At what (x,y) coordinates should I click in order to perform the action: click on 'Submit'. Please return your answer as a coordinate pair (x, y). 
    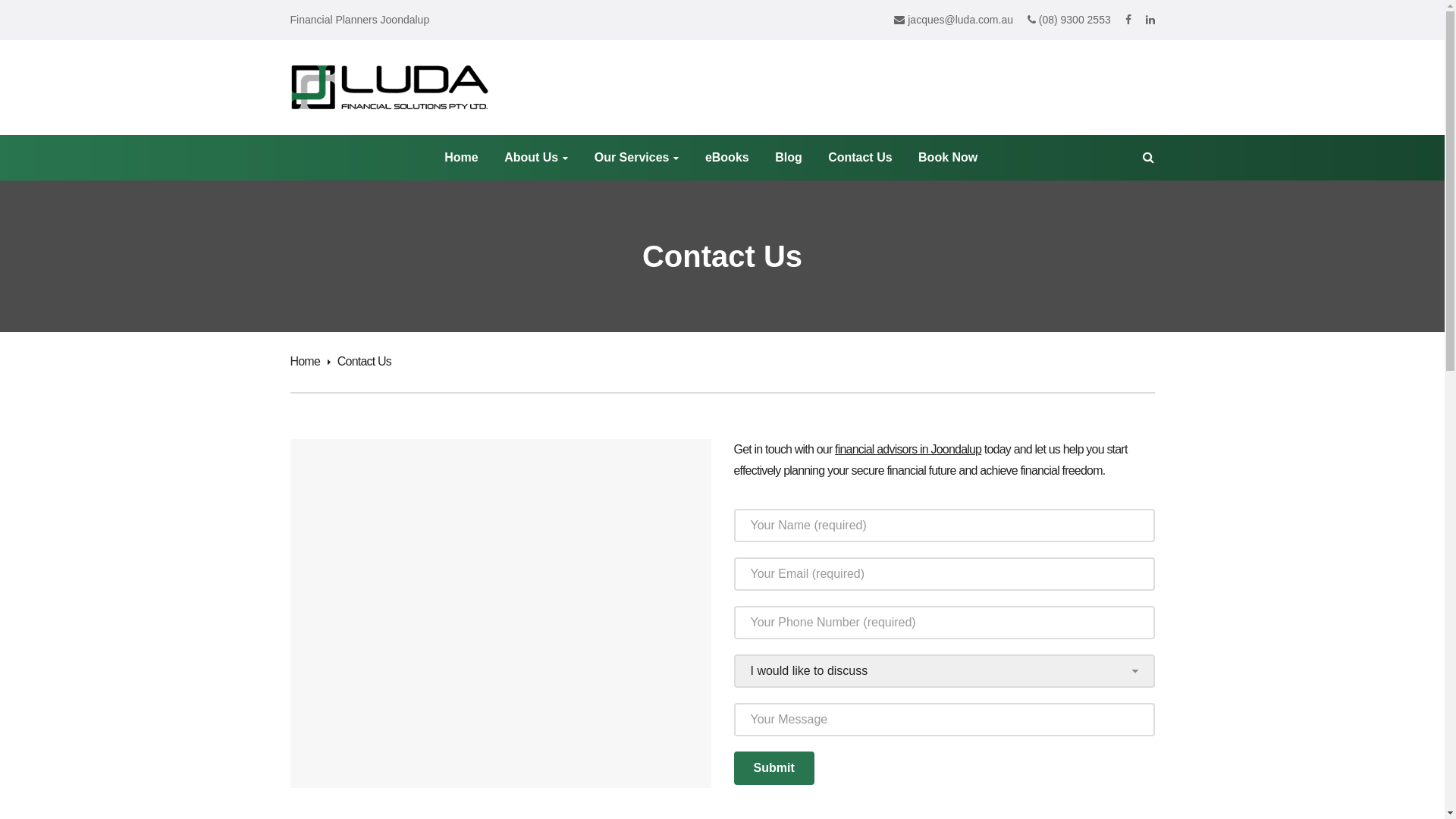
    Looking at the image, I should click on (774, 768).